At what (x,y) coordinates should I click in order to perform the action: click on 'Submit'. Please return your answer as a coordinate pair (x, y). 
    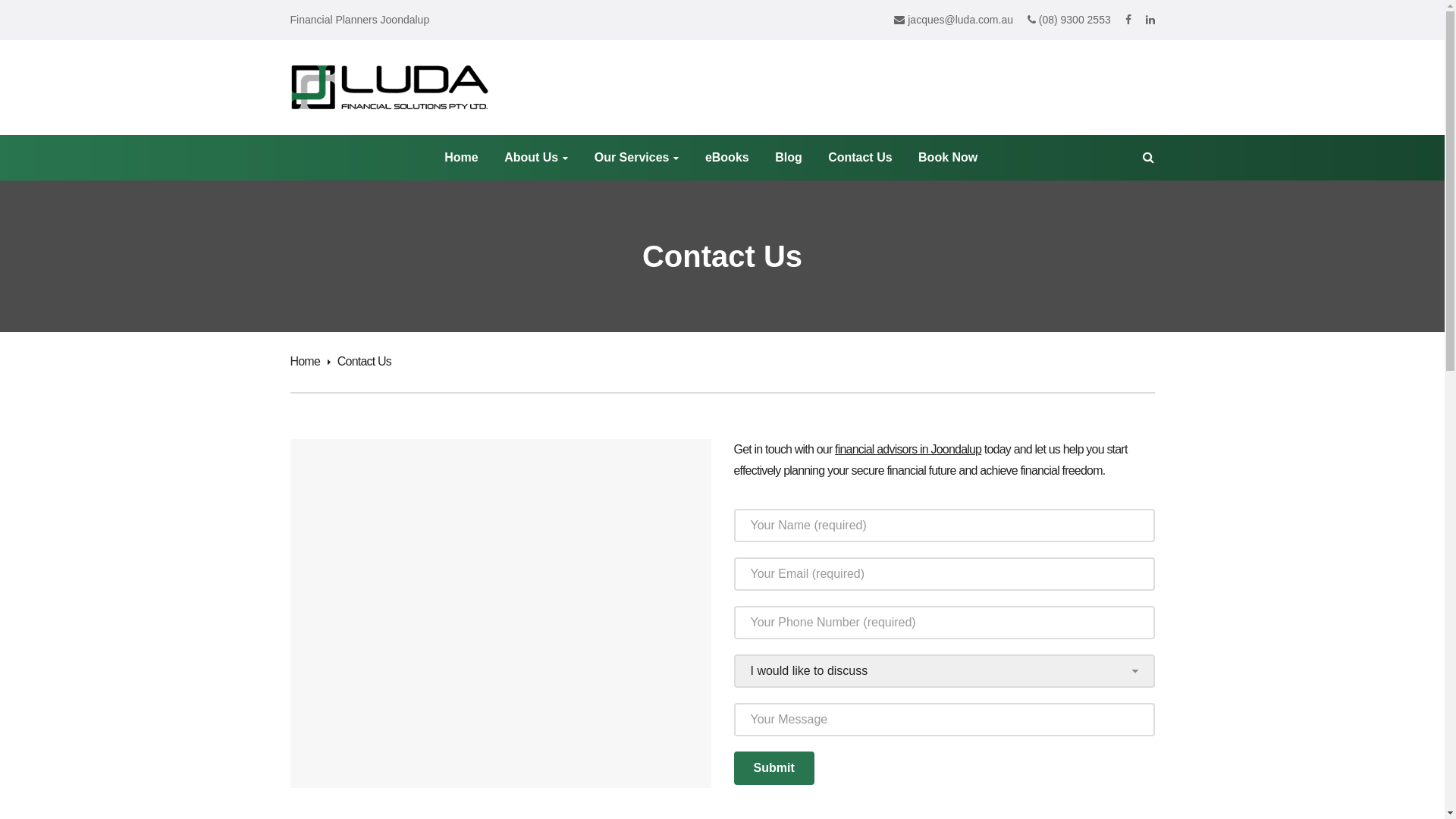
    Looking at the image, I should click on (774, 768).